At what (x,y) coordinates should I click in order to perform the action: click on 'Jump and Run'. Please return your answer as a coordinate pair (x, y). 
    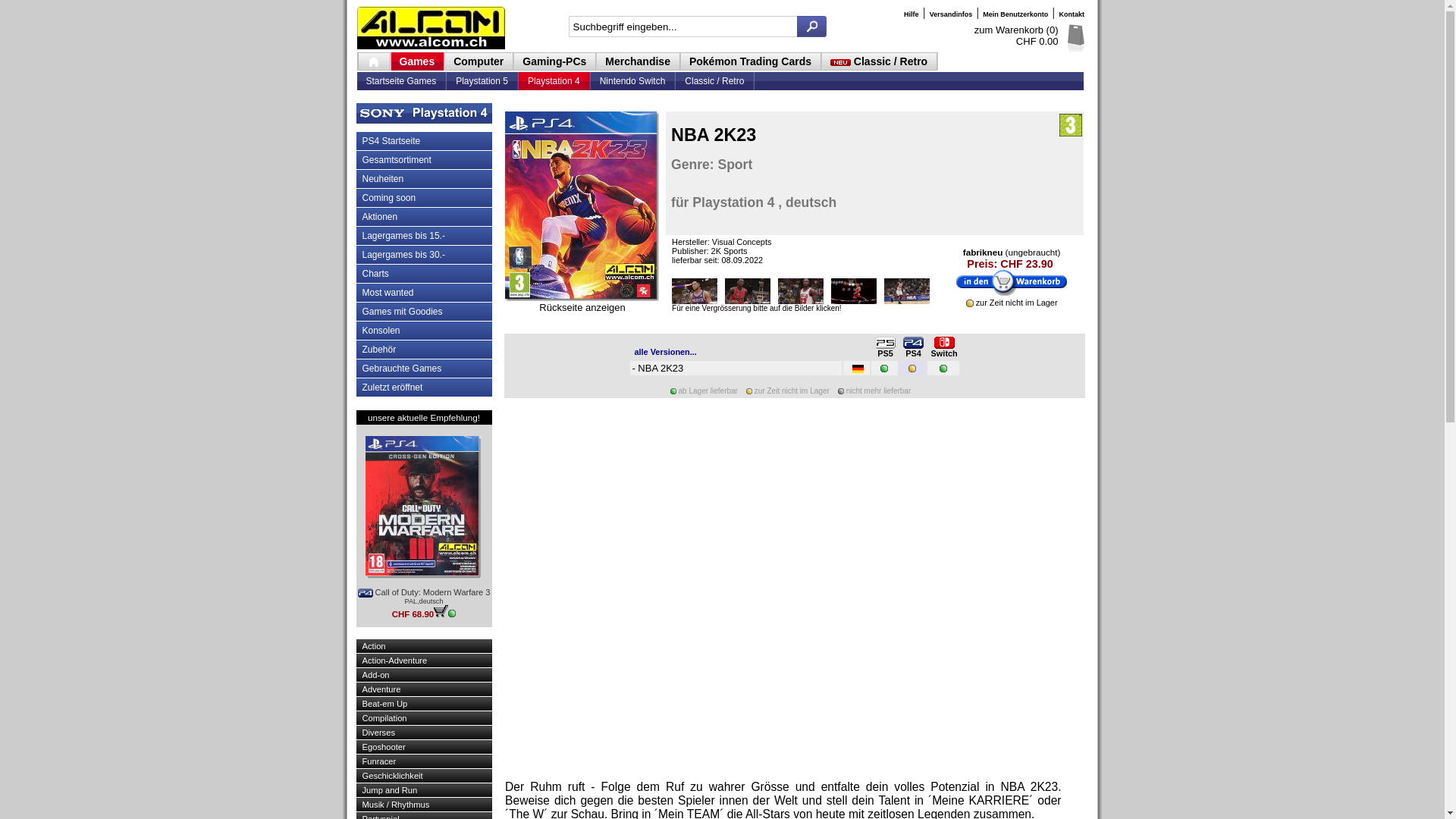
    Looking at the image, I should click on (424, 789).